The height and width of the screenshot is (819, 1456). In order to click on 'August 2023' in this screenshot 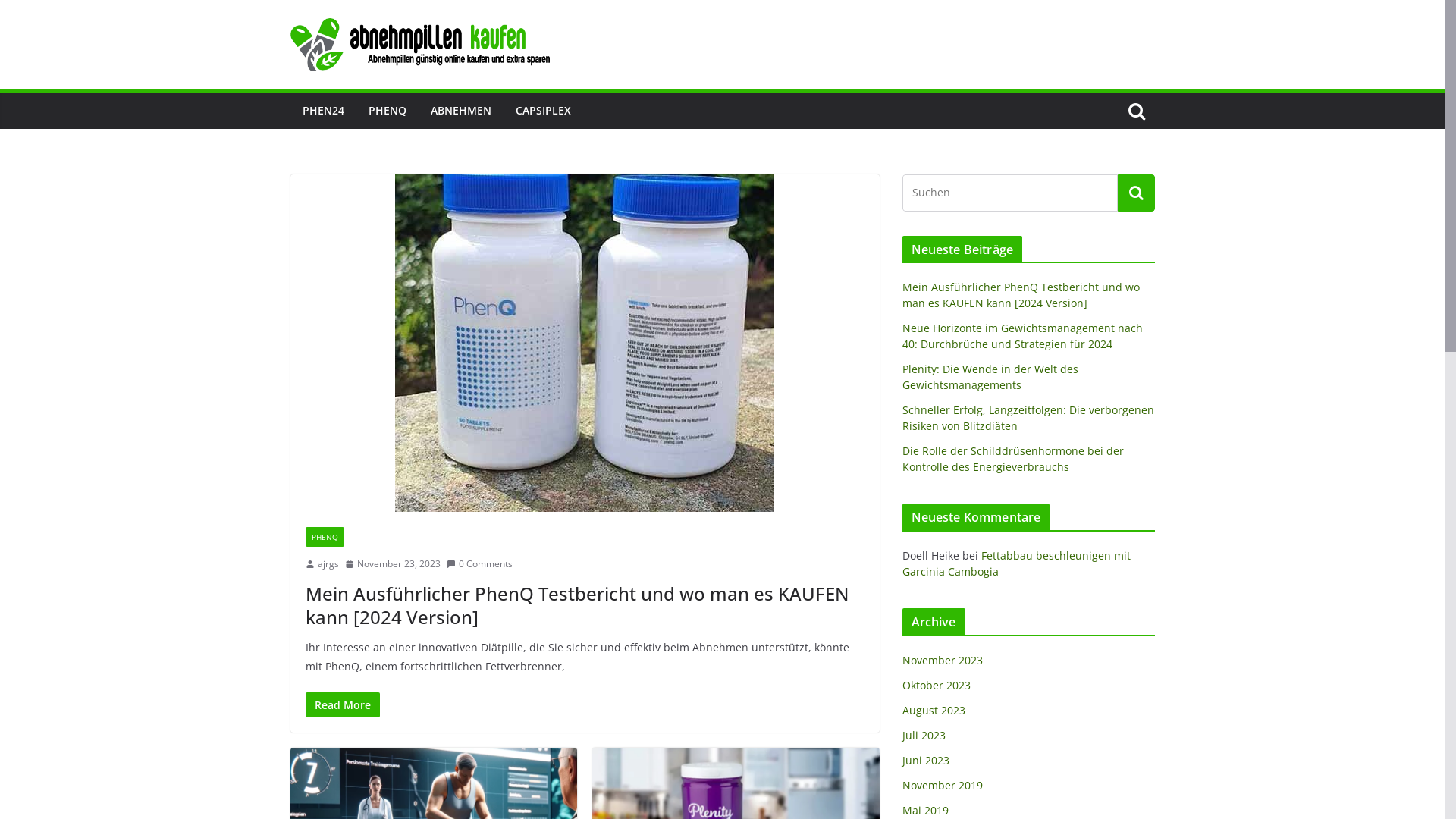, I will do `click(902, 710)`.